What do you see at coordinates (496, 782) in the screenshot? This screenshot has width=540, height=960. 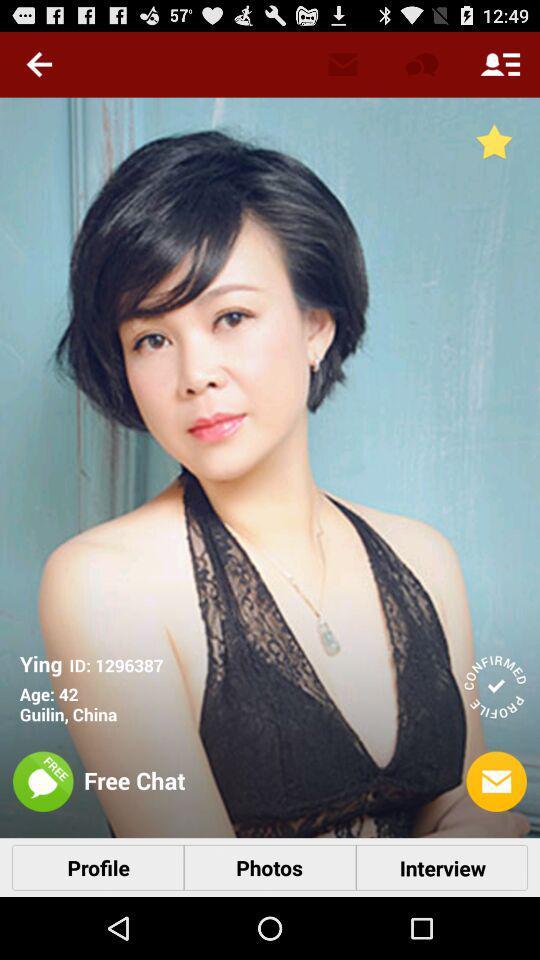 I see `the letter icon in the bottom right corner` at bounding box center [496, 782].